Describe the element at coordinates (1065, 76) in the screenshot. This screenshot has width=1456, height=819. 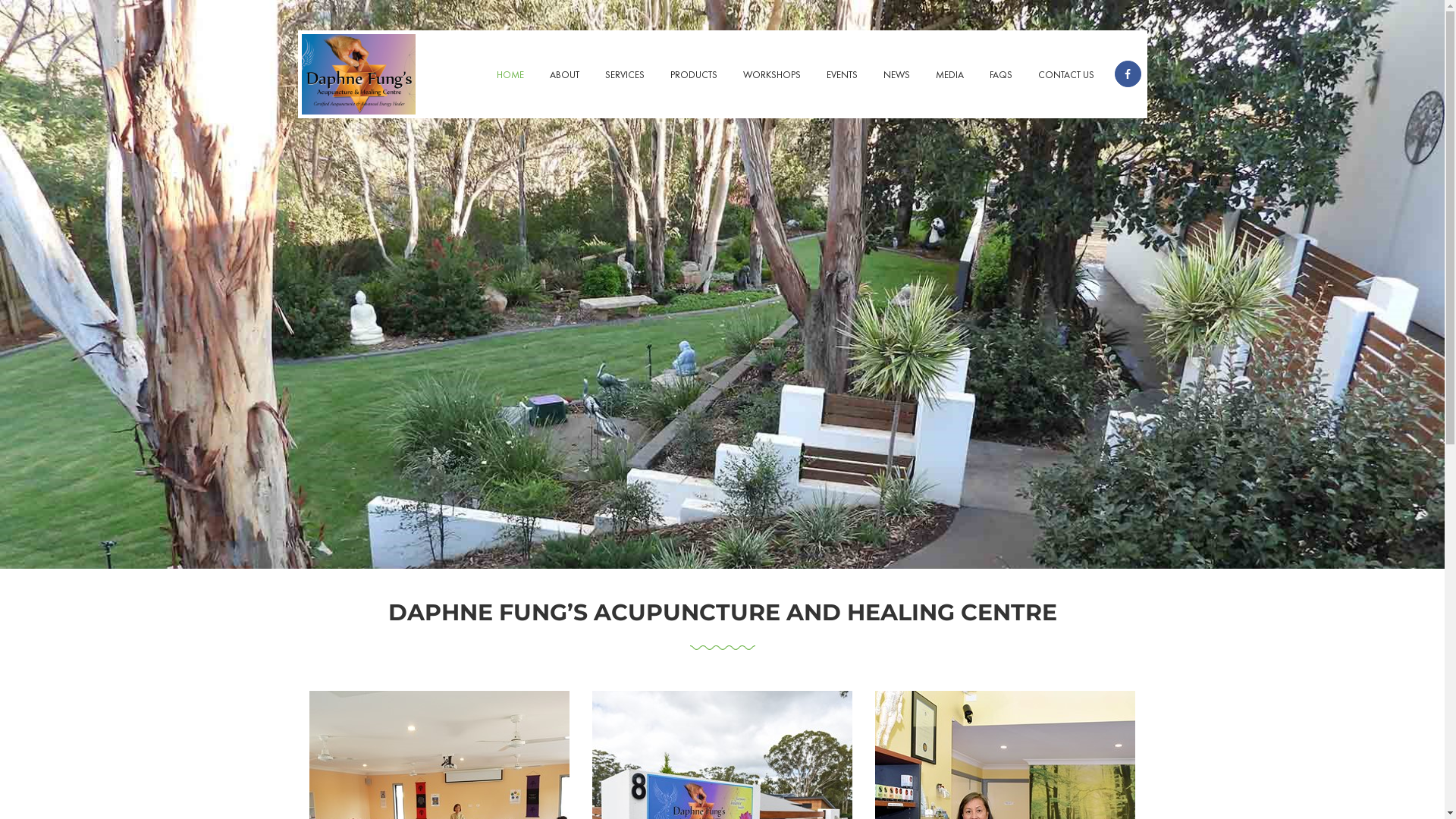
I see `'CONTACT US'` at that location.